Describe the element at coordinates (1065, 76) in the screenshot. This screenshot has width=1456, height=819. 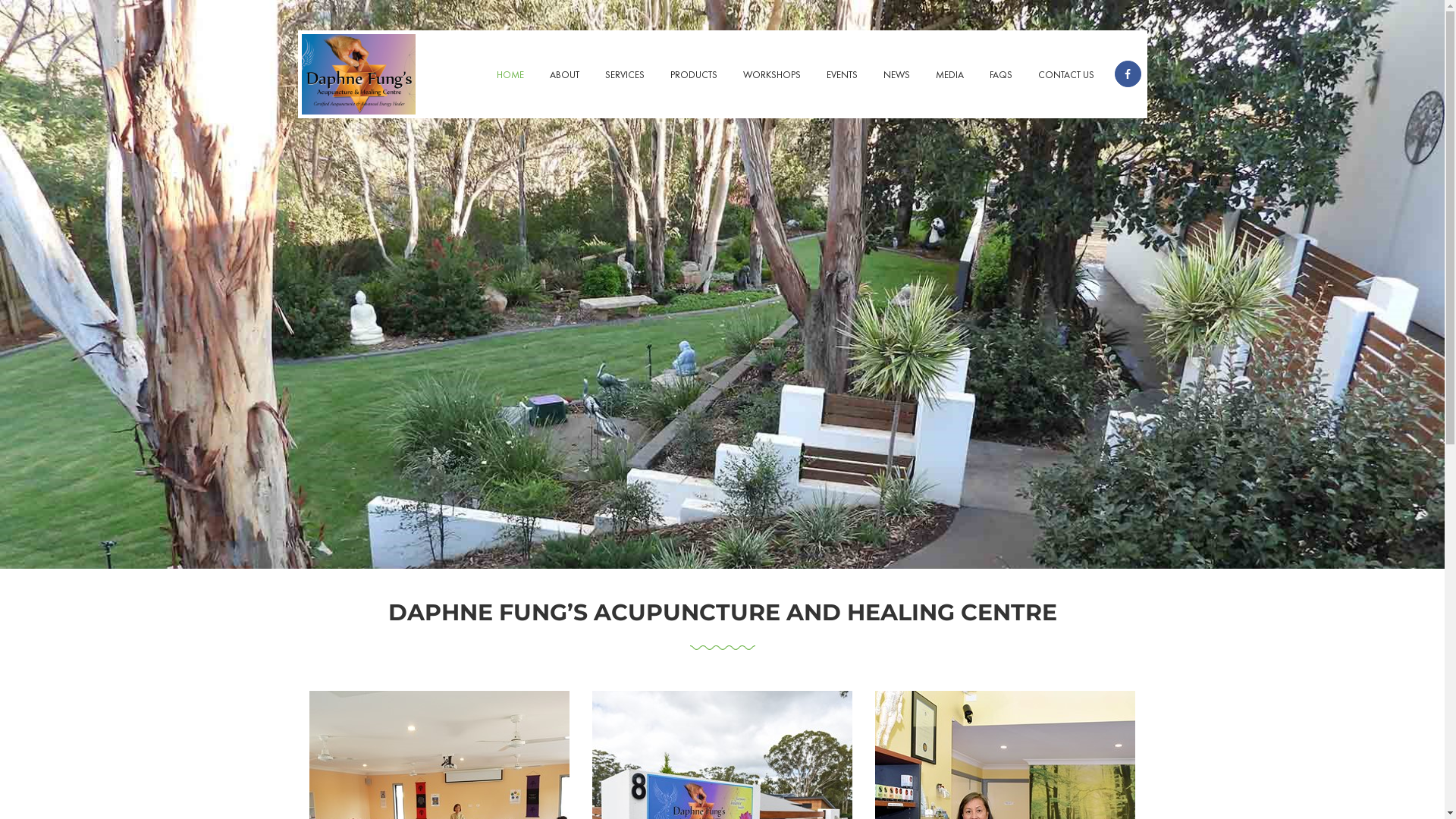
I see `'CONTACT US'` at that location.